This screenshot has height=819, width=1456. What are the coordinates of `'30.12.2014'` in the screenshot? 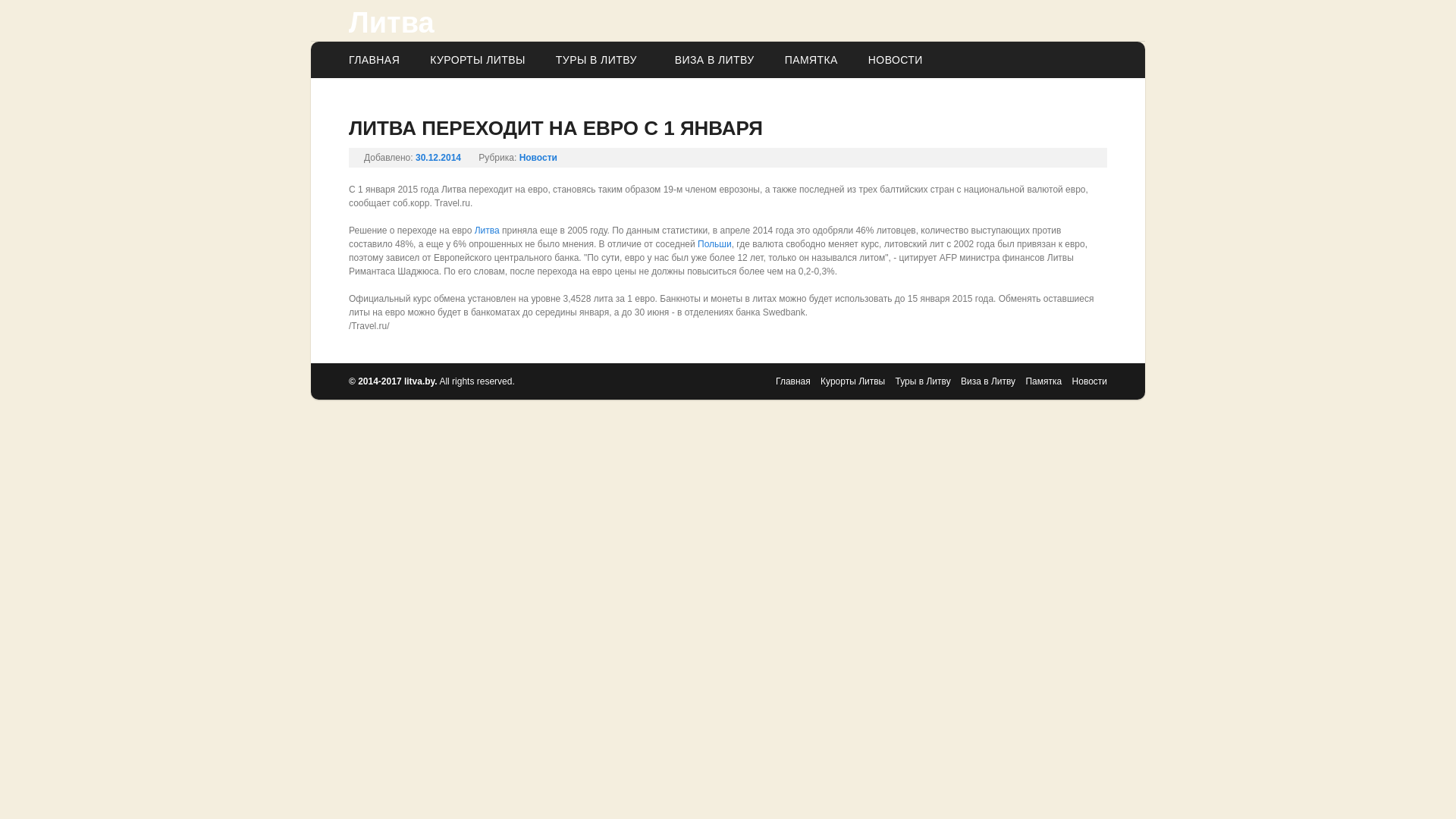 It's located at (415, 158).